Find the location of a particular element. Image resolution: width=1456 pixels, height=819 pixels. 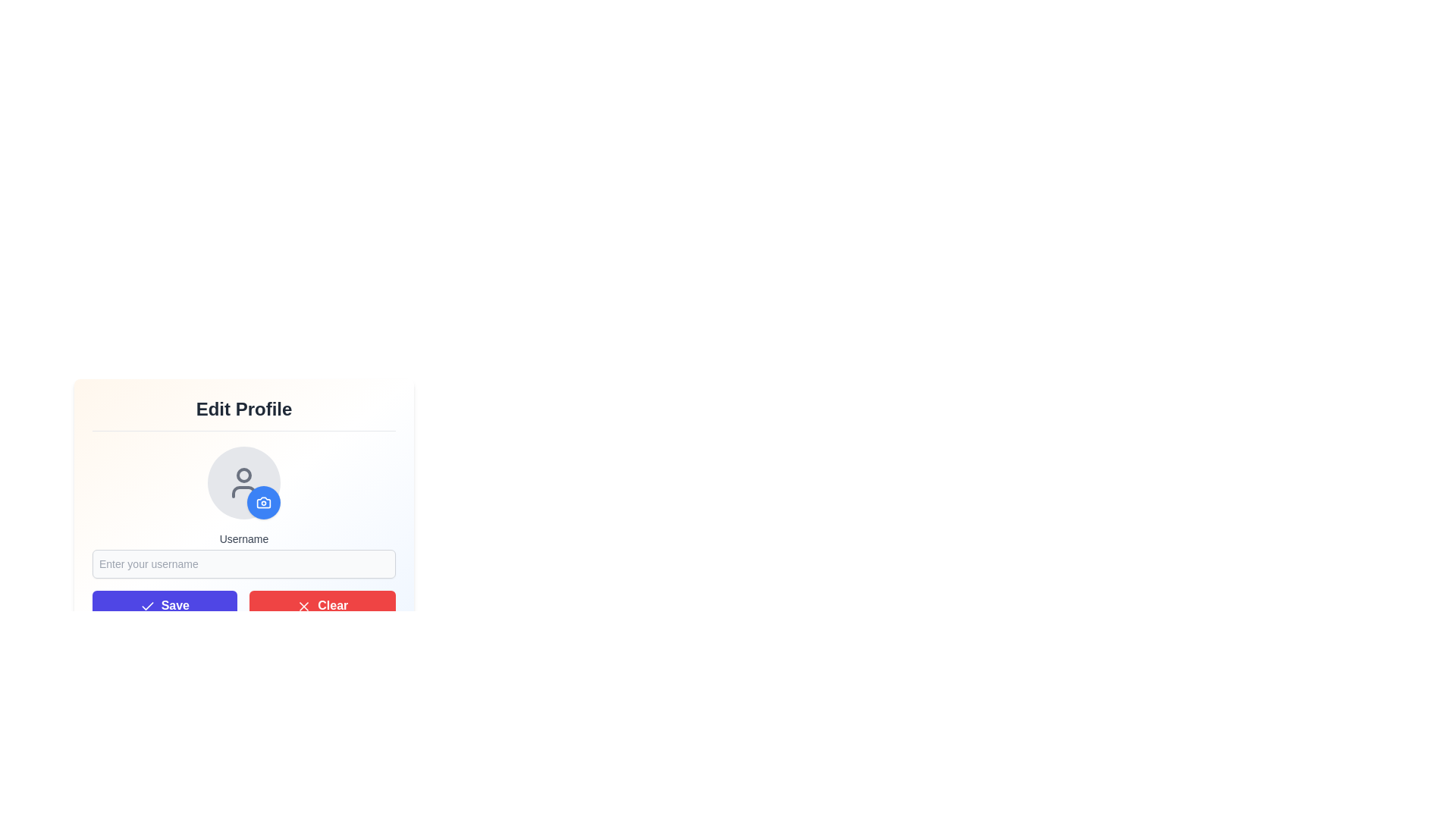

the circular profile editing icon located within the profile UI, which has a grey outline and is near the top of the user icon is located at coordinates (243, 475).